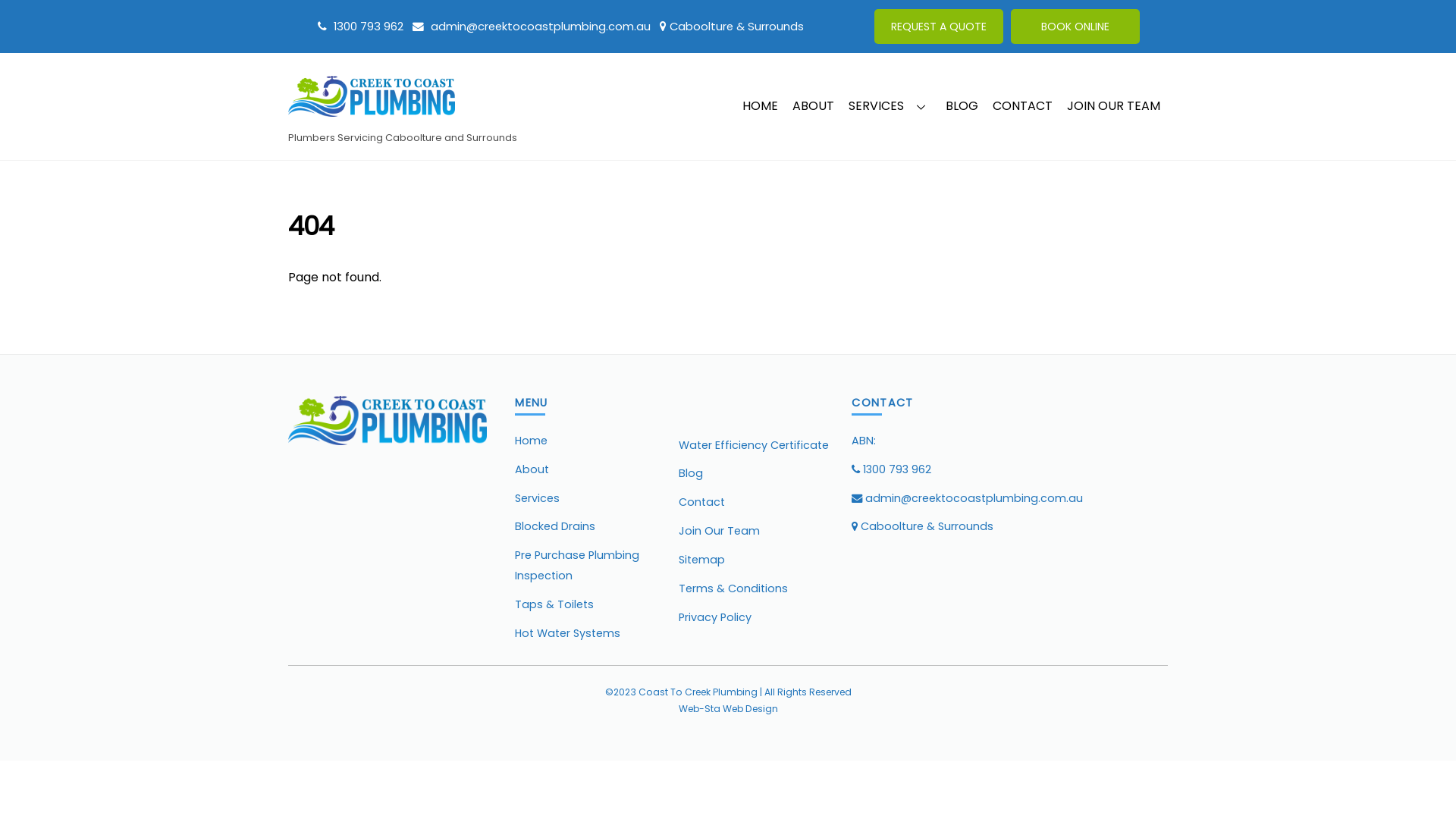 The width and height of the screenshot is (1456, 819). What do you see at coordinates (726, 708) in the screenshot?
I see `'Web-Sta Web Design'` at bounding box center [726, 708].